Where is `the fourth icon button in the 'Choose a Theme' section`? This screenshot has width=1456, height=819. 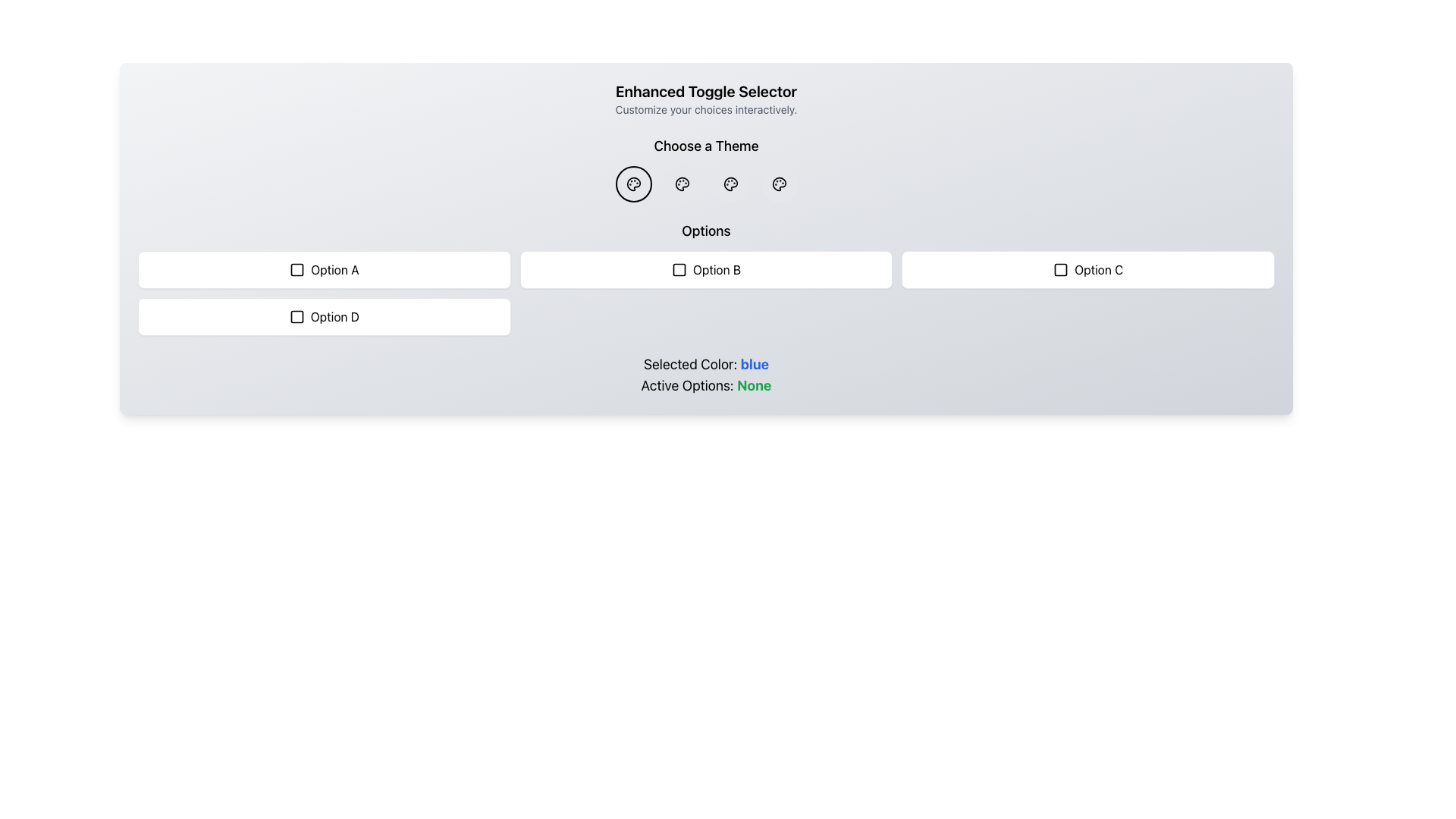
the fourth icon button in the 'Choose a Theme' section is located at coordinates (730, 184).